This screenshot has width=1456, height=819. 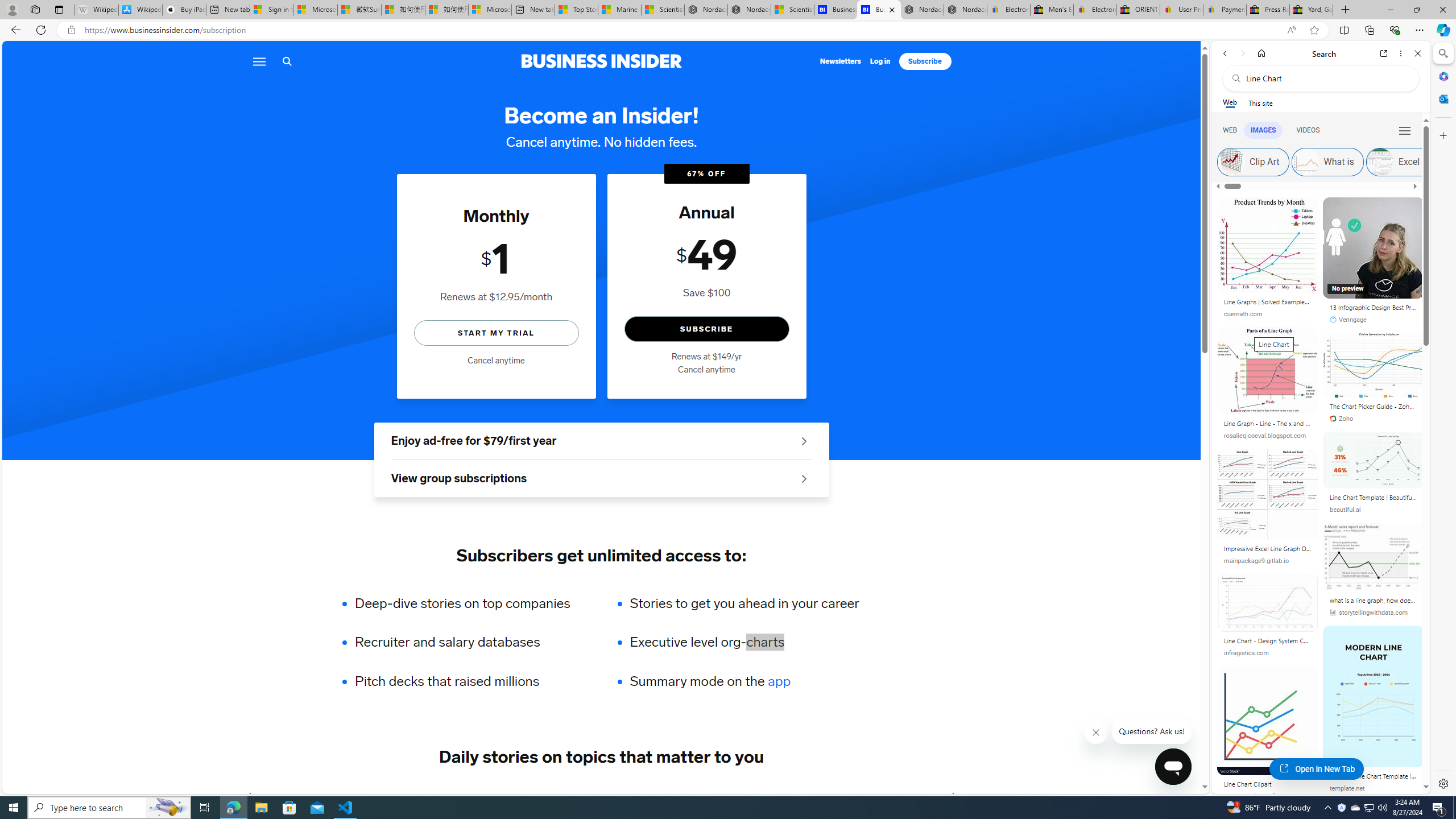 I want to click on 'Line Graph - Line - The x and y axis are used to.', so click(x=1268, y=423).